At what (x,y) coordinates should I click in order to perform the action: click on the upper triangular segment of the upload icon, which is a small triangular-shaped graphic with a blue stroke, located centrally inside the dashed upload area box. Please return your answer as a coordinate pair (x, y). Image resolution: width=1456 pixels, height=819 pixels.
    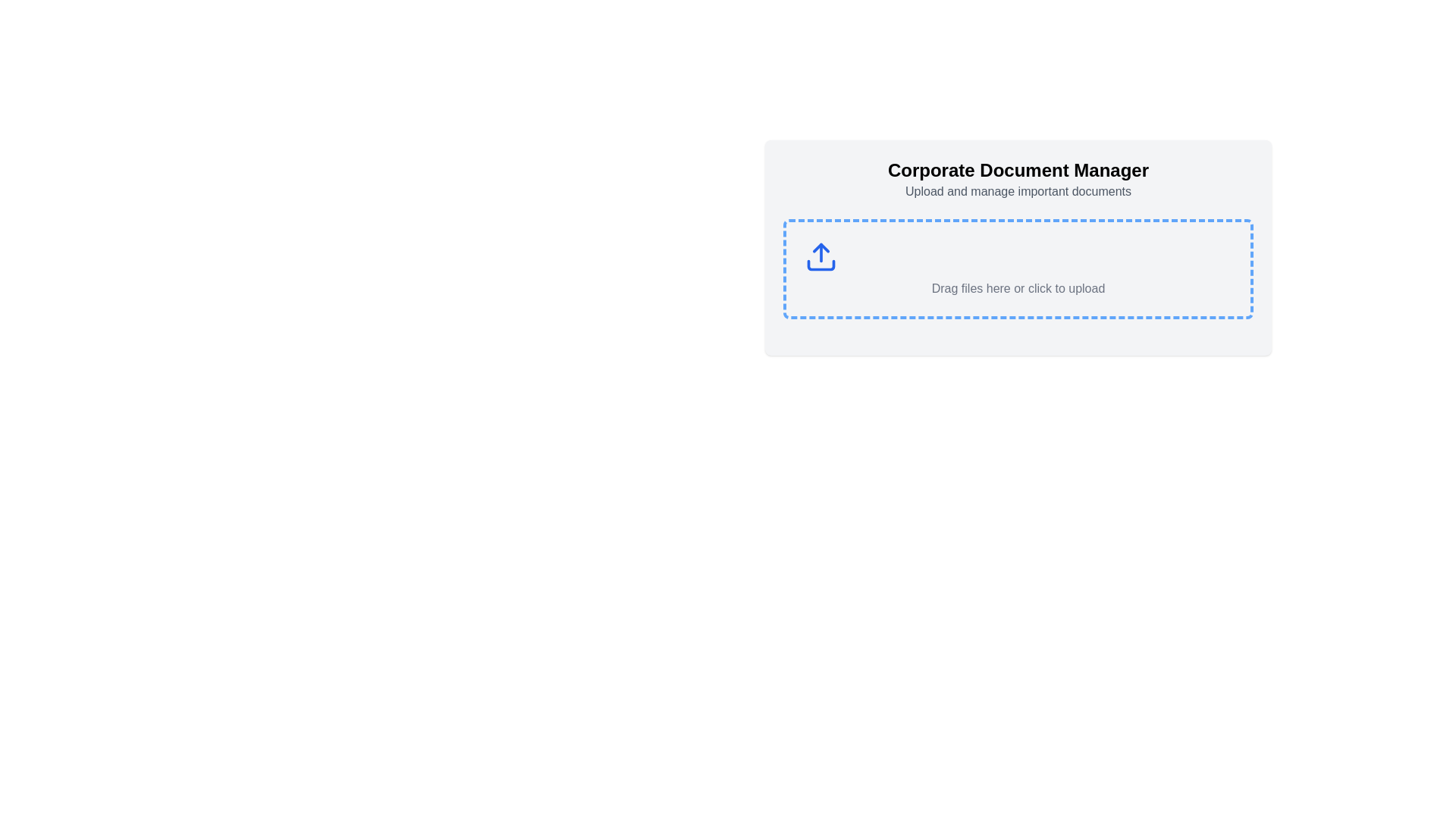
    Looking at the image, I should click on (821, 247).